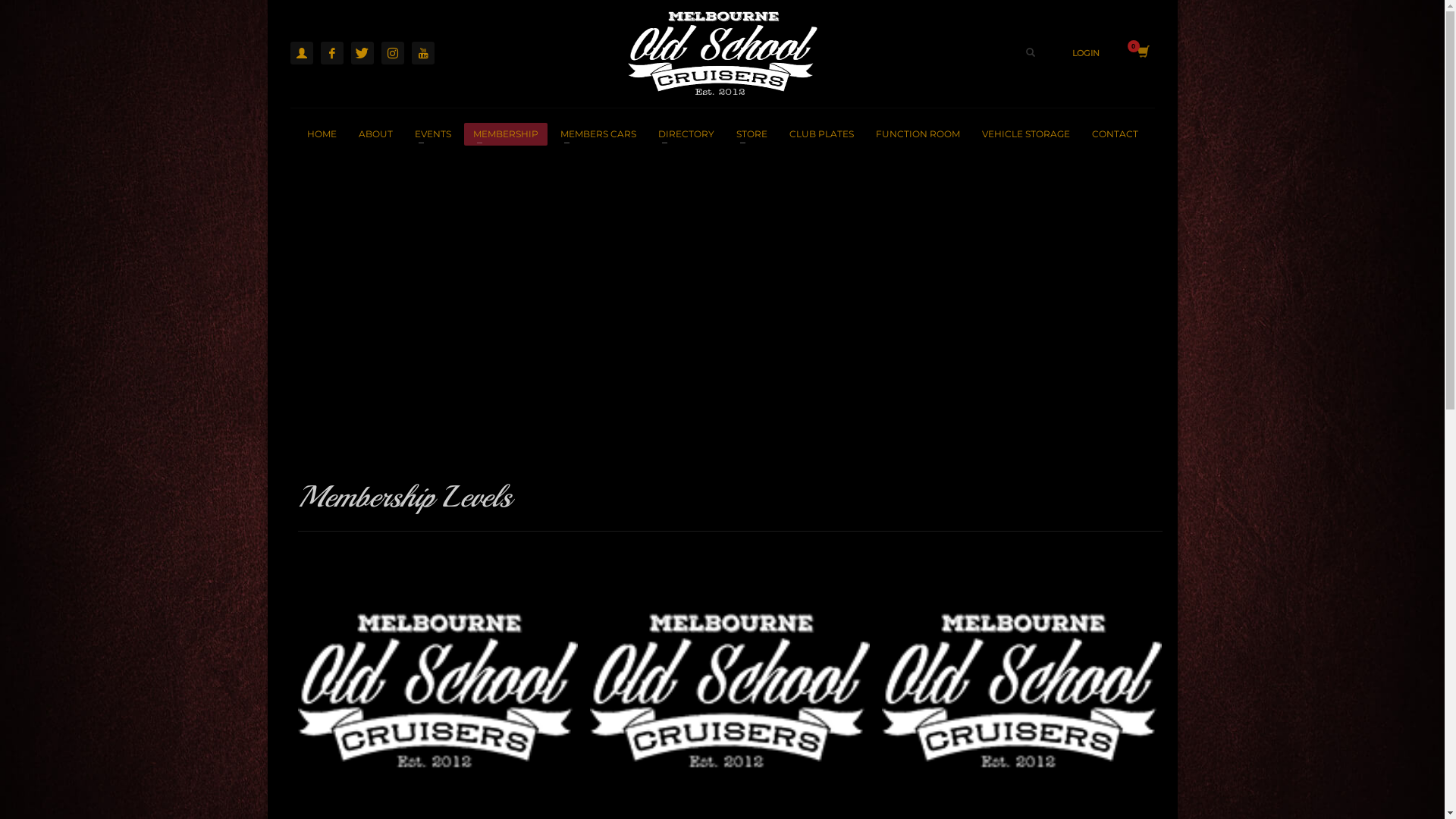  What do you see at coordinates (506, 133) in the screenshot?
I see `'MEMBERSHIP'` at bounding box center [506, 133].